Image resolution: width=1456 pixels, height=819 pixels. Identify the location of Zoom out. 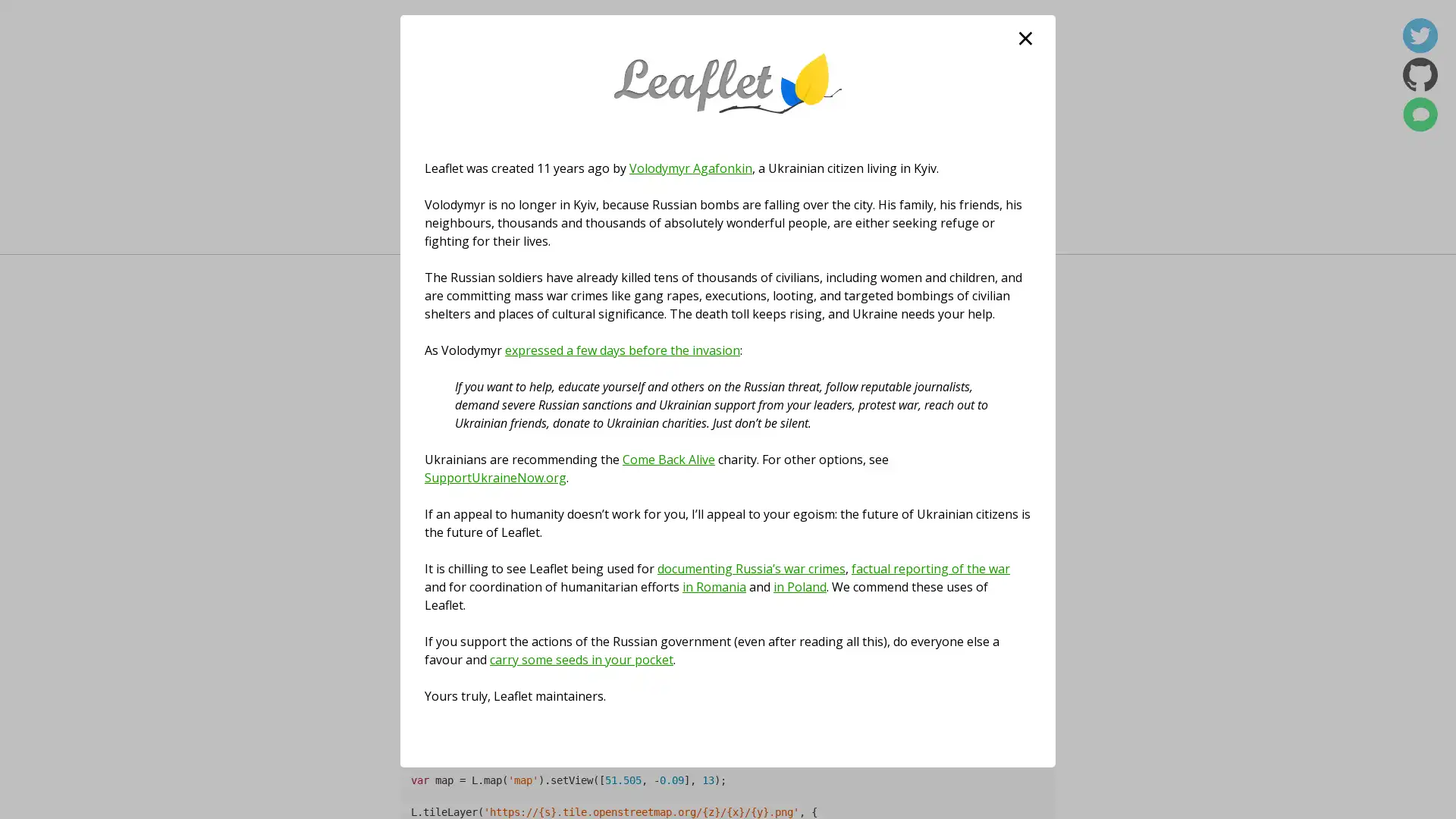
(422, 512).